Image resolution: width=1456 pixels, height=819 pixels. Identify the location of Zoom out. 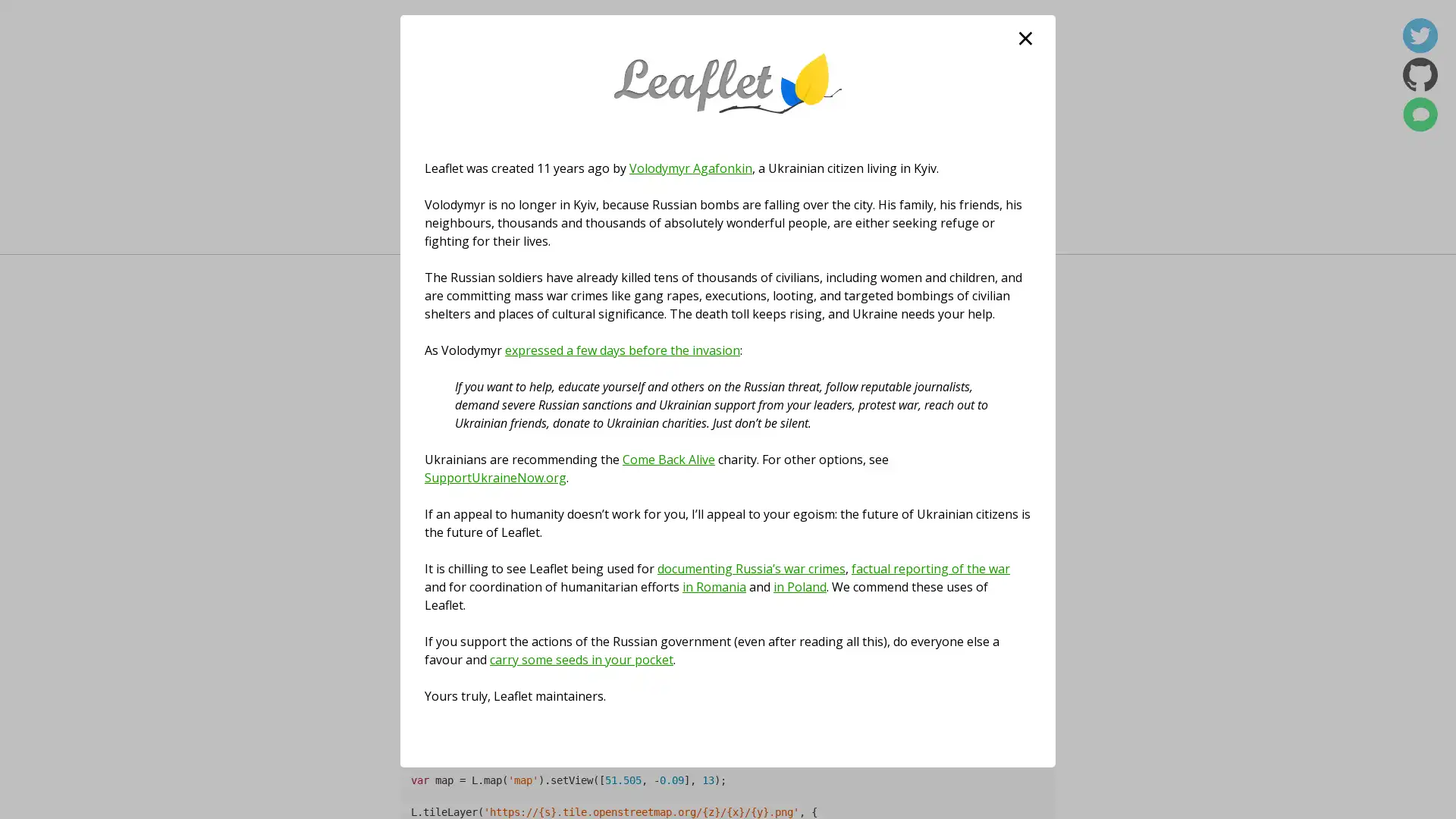
(422, 512).